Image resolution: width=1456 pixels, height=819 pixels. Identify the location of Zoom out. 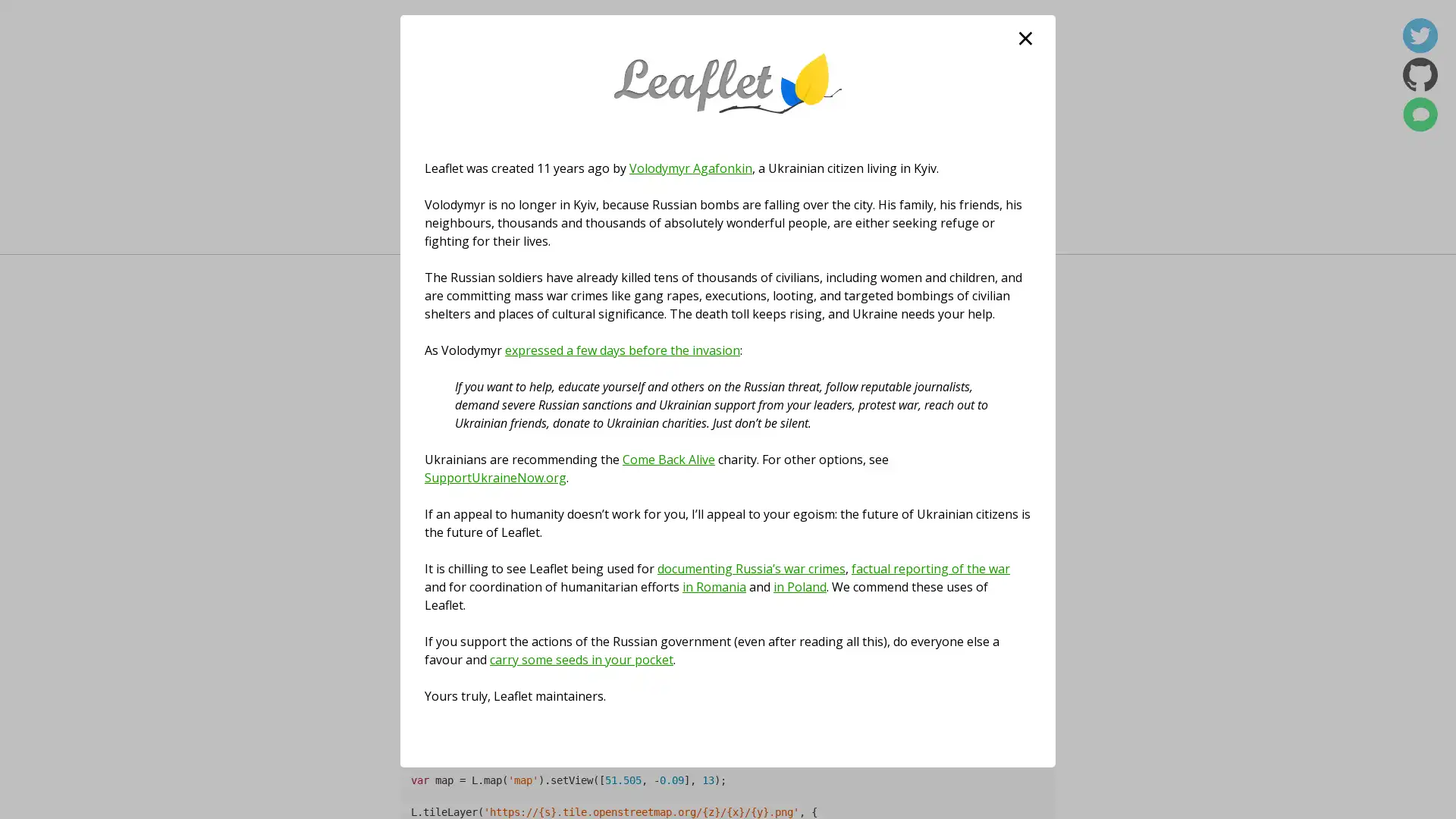
(422, 512).